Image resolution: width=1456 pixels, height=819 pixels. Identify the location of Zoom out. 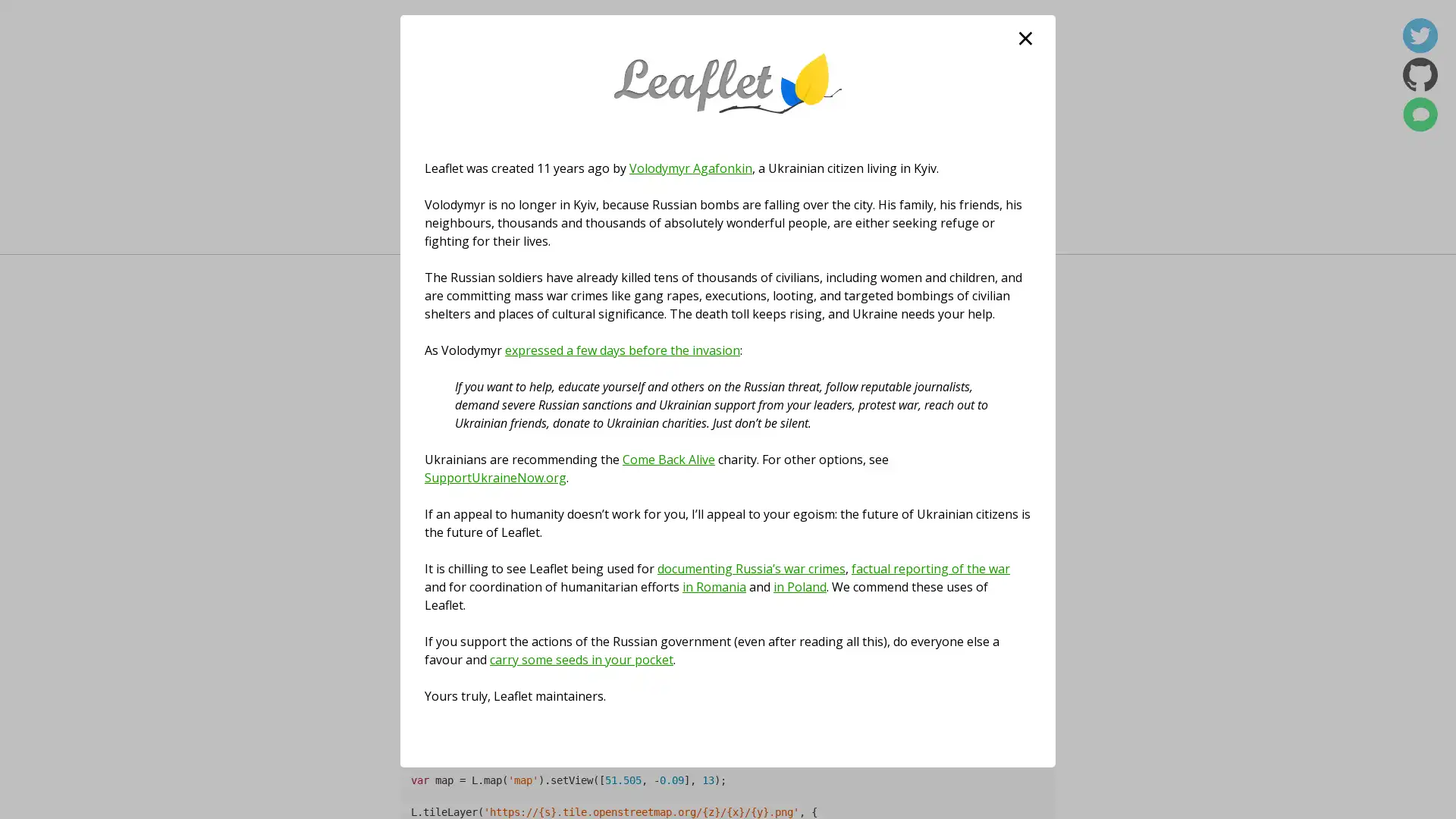
(422, 512).